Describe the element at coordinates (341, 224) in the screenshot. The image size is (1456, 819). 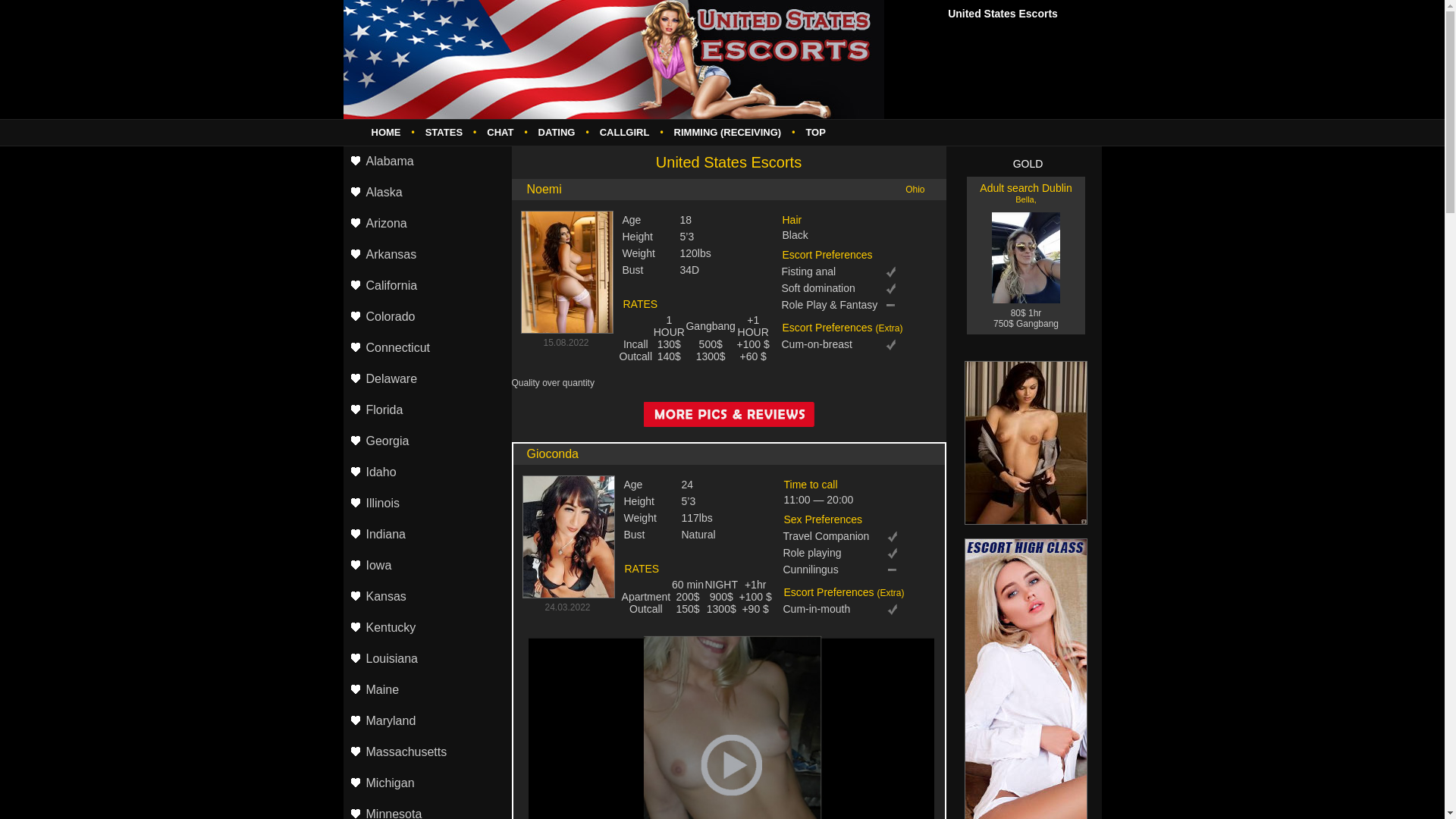
I see `'Arizona'` at that location.